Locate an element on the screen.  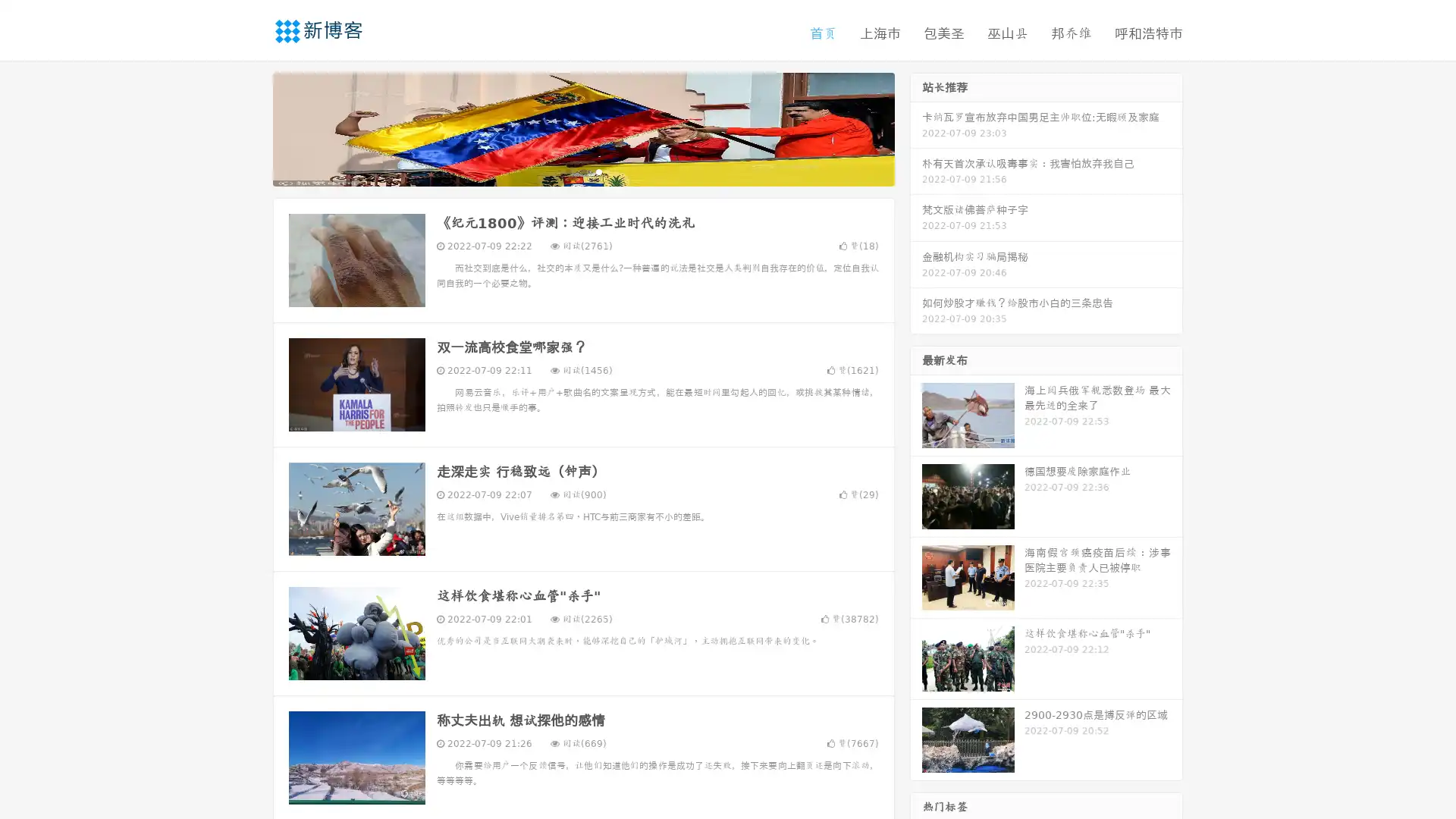
Go to slide 2 is located at coordinates (582, 171).